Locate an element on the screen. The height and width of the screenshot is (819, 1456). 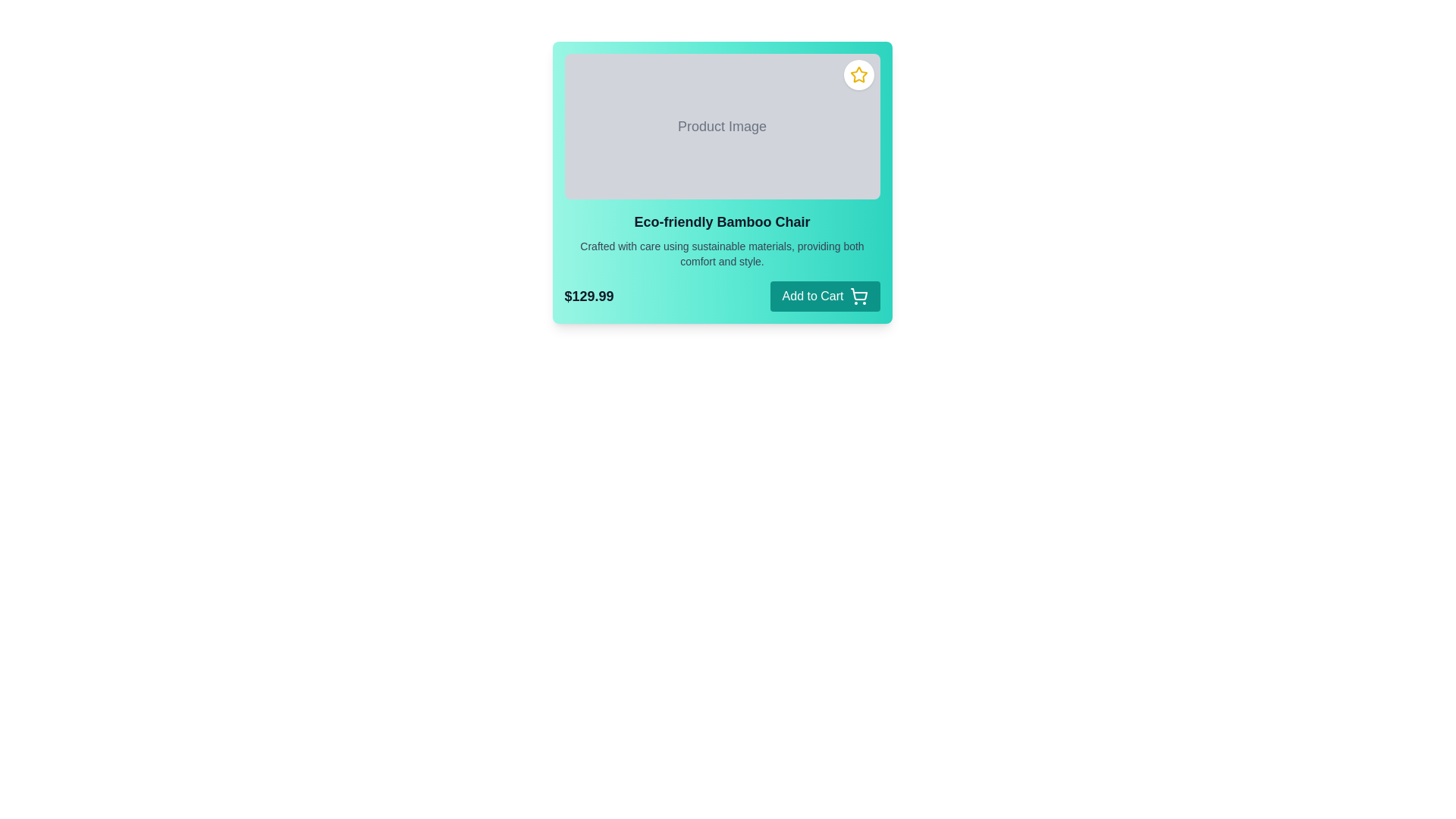
the price text displaying '$129.99' in large bold font, which is located at the bottom-left corner of the product details panel is located at coordinates (588, 296).